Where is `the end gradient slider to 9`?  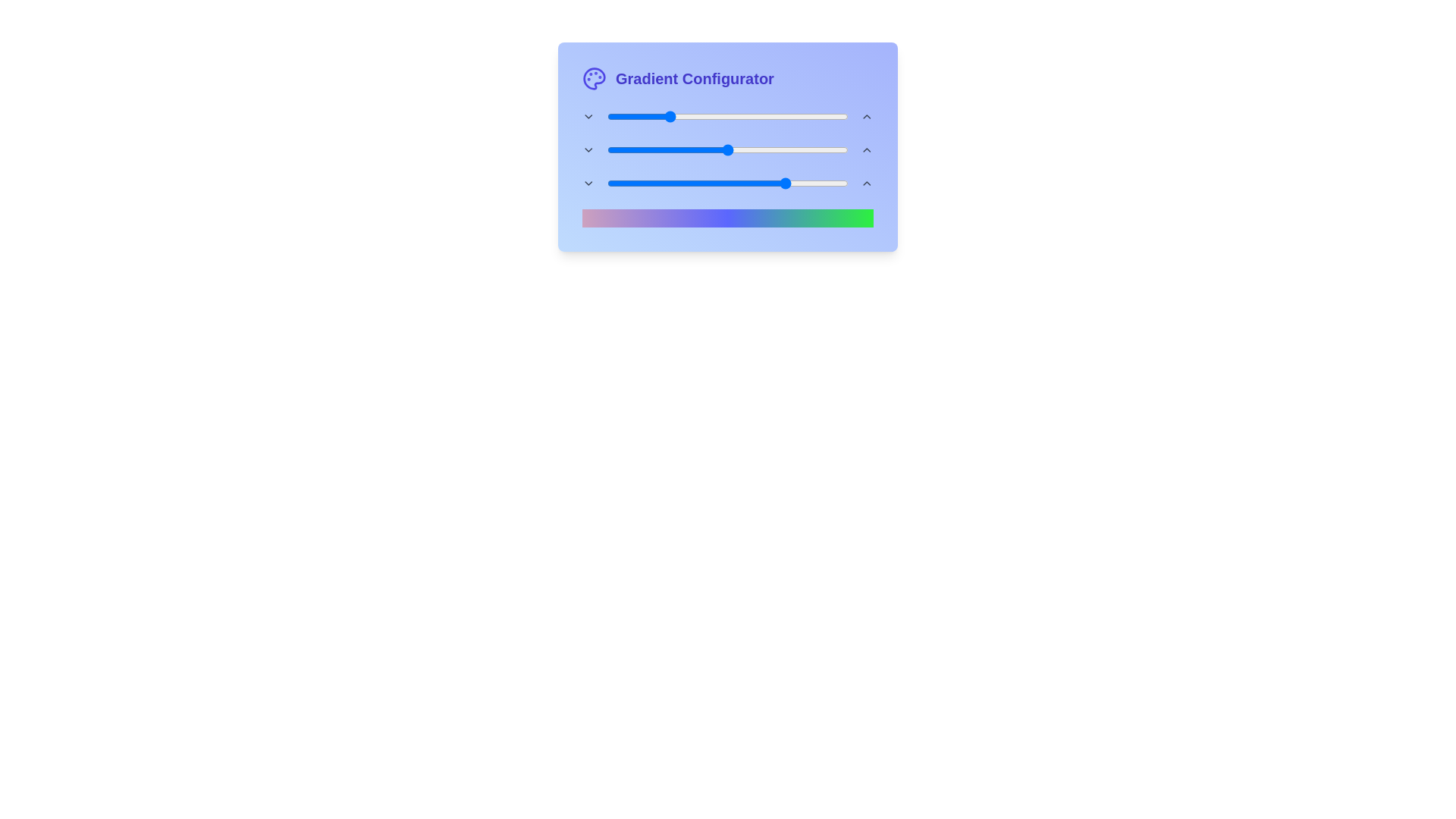
the end gradient slider to 9 is located at coordinates (629, 183).